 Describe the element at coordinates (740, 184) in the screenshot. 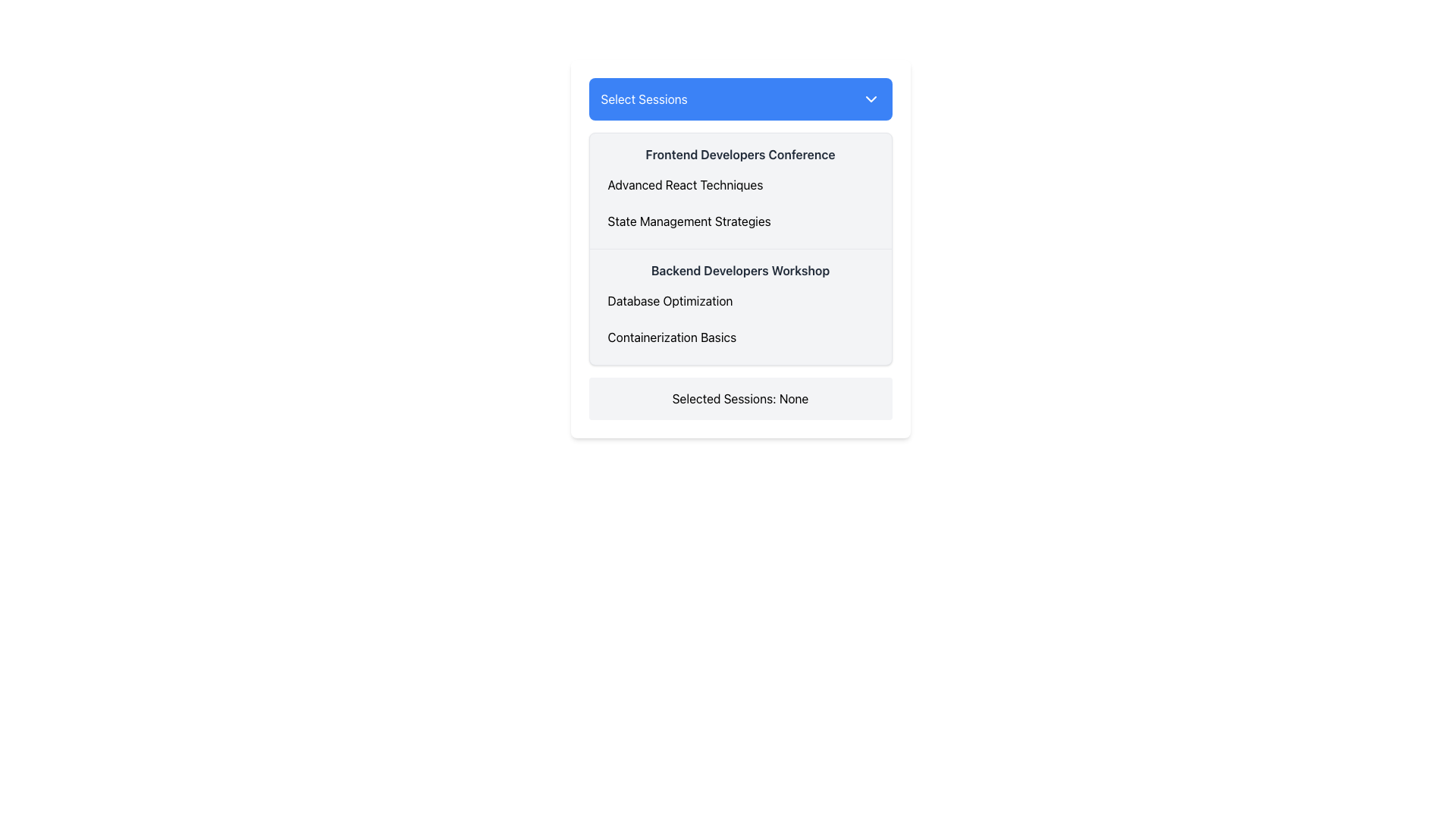

I see `on the 'Advanced React Techniques' text label, which is the first selectable item in a vertically stacked dropdown menu, styled with a light gray background and rounded corners` at that location.